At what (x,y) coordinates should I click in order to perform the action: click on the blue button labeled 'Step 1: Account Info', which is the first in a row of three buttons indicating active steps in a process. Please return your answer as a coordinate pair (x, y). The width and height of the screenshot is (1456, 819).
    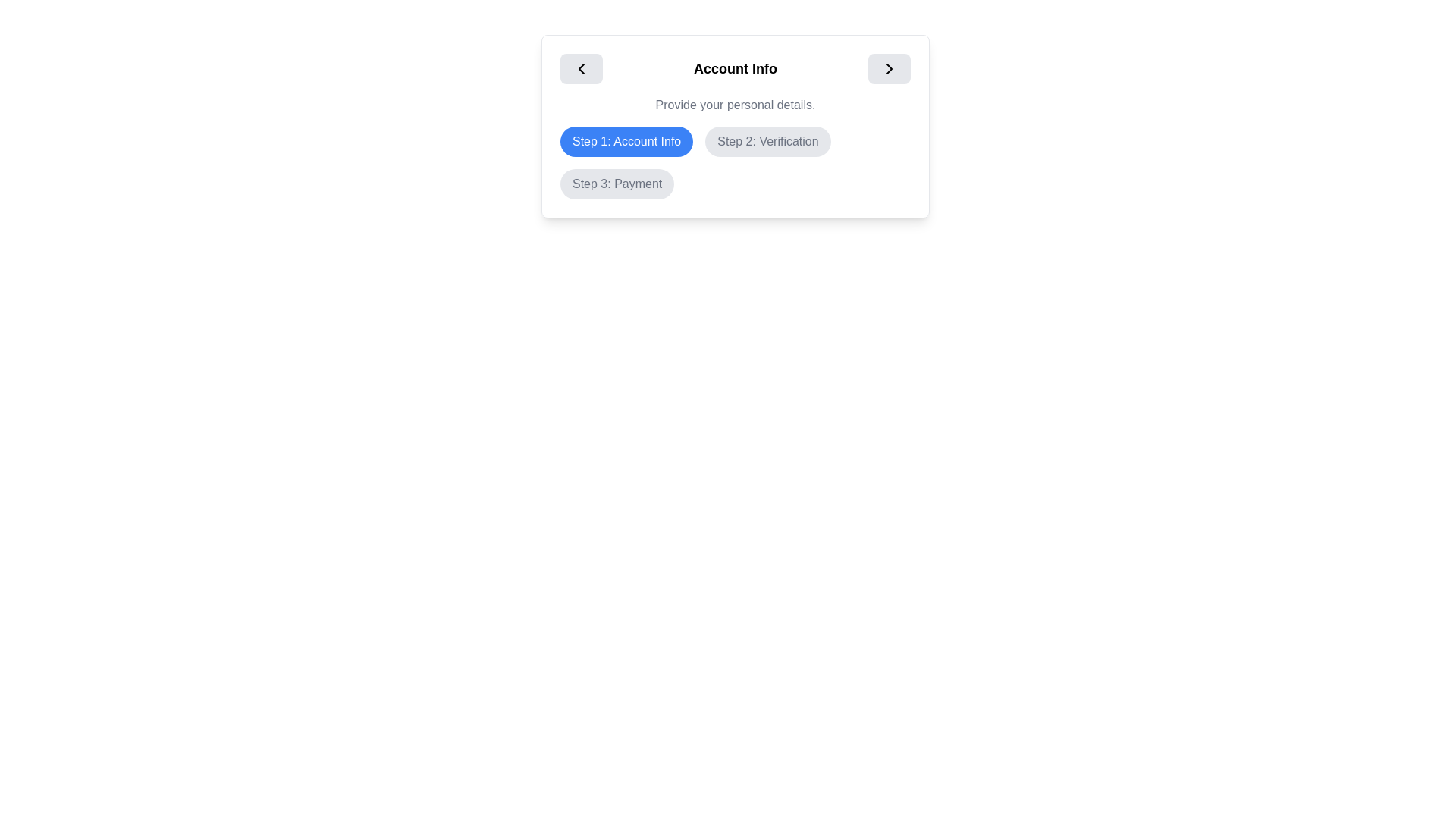
    Looking at the image, I should click on (626, 141).